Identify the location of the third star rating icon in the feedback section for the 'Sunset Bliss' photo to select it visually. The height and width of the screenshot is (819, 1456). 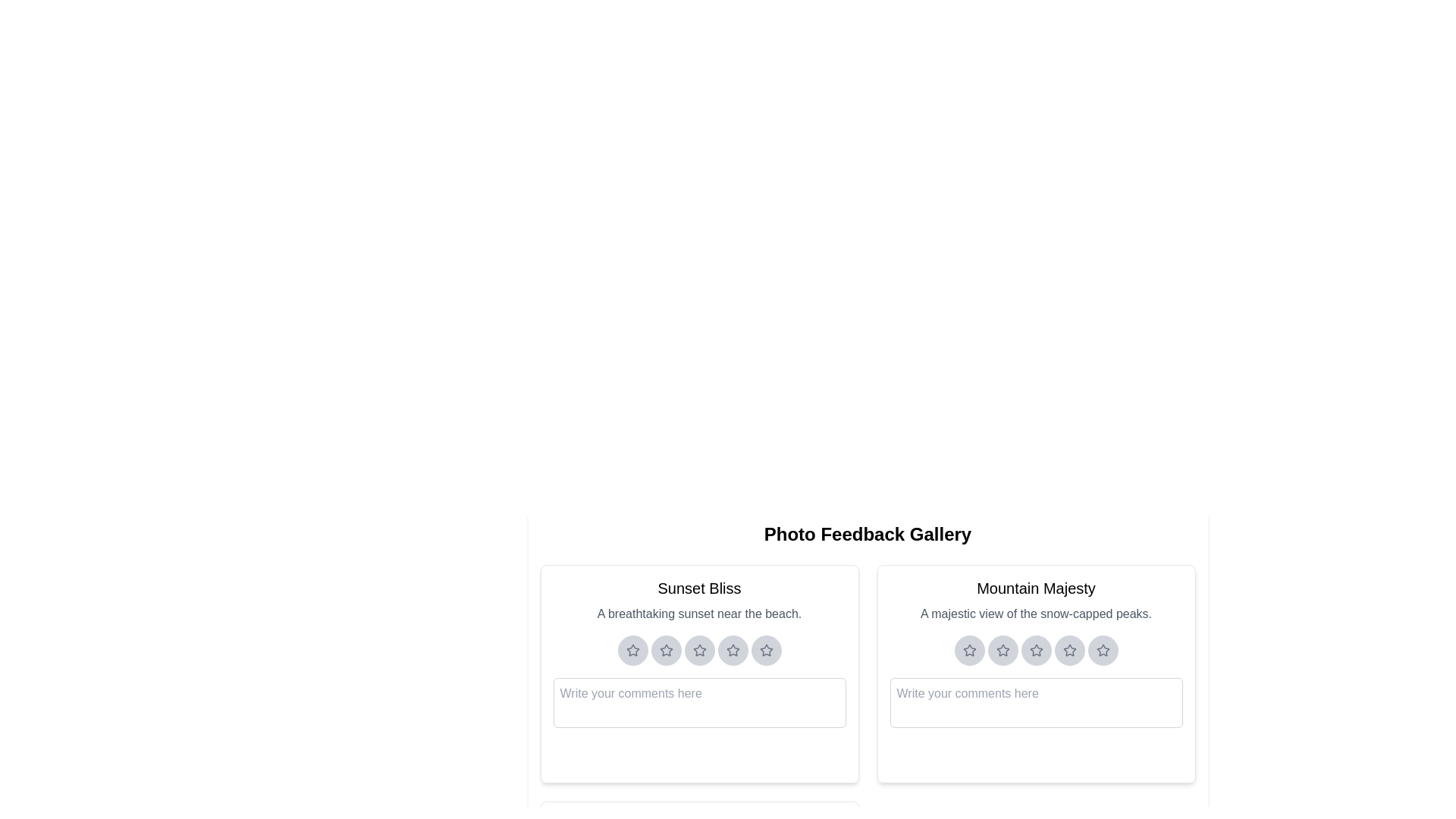
(698, 649).